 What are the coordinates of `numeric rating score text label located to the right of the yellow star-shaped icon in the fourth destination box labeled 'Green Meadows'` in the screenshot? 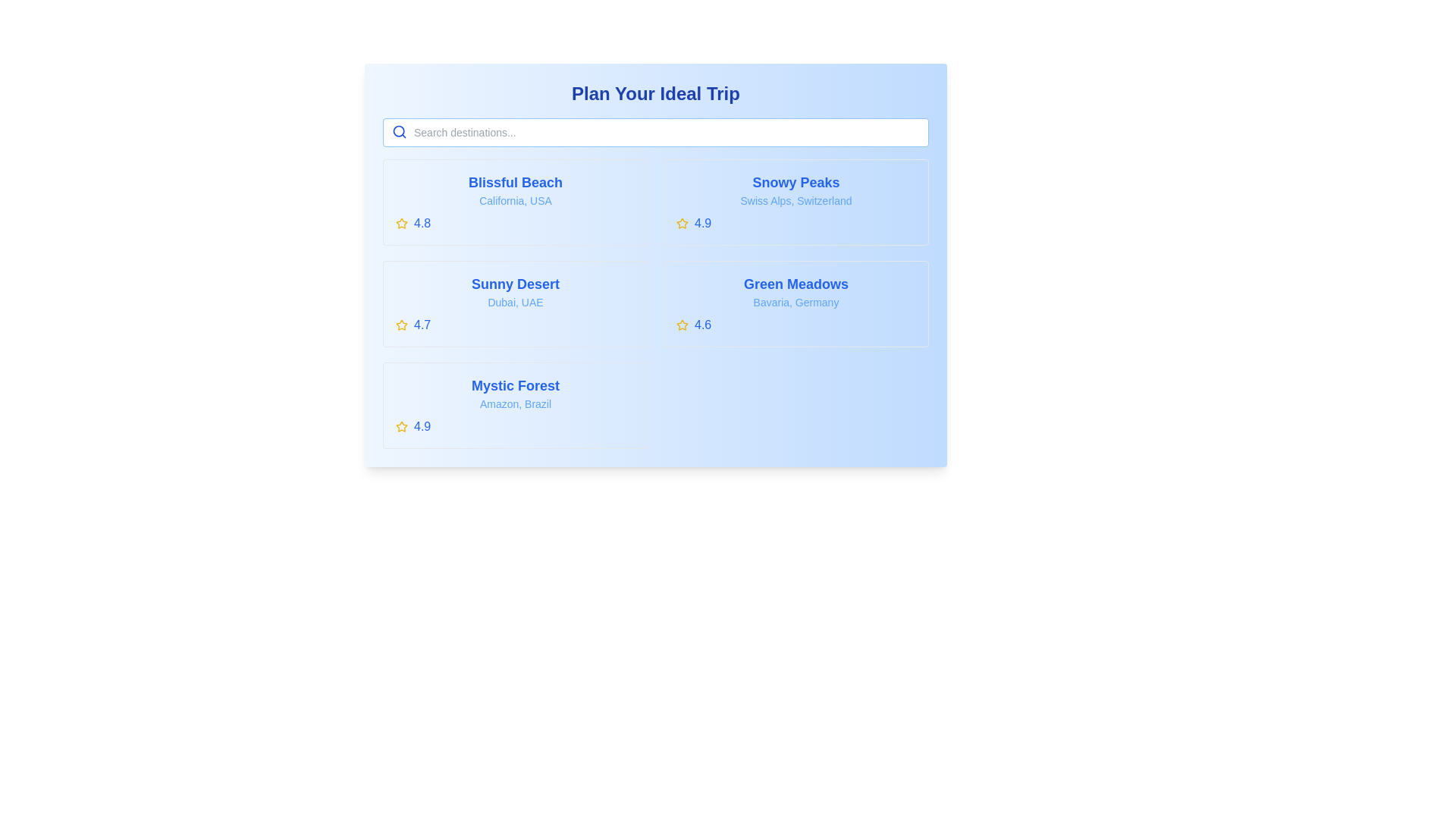 It's located at (702, 324).